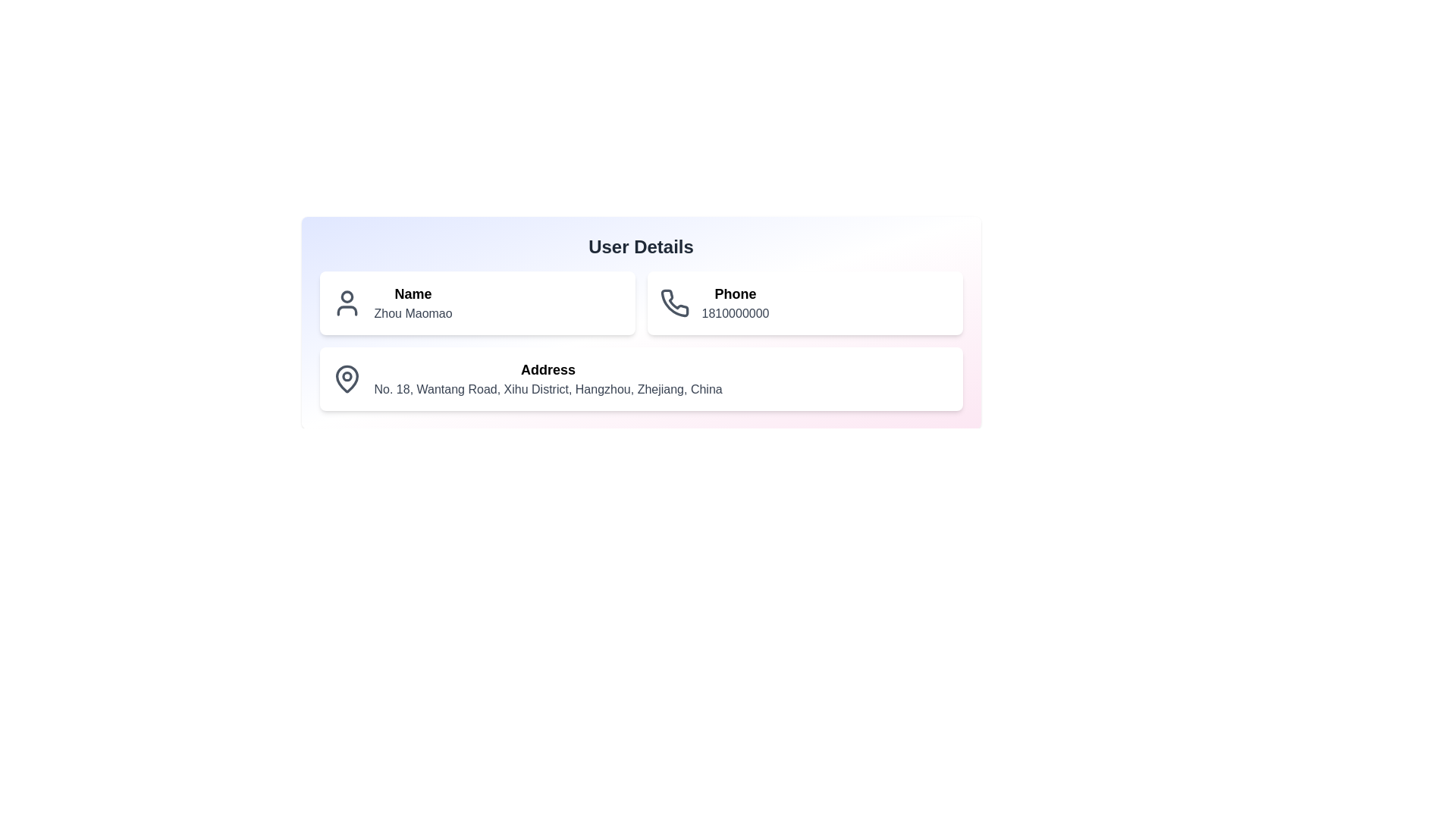  I want to click on the phone contact icon located to the left of the text 'Phone', which visually denotes the associated text and number '1810000000', so click(673, 303).